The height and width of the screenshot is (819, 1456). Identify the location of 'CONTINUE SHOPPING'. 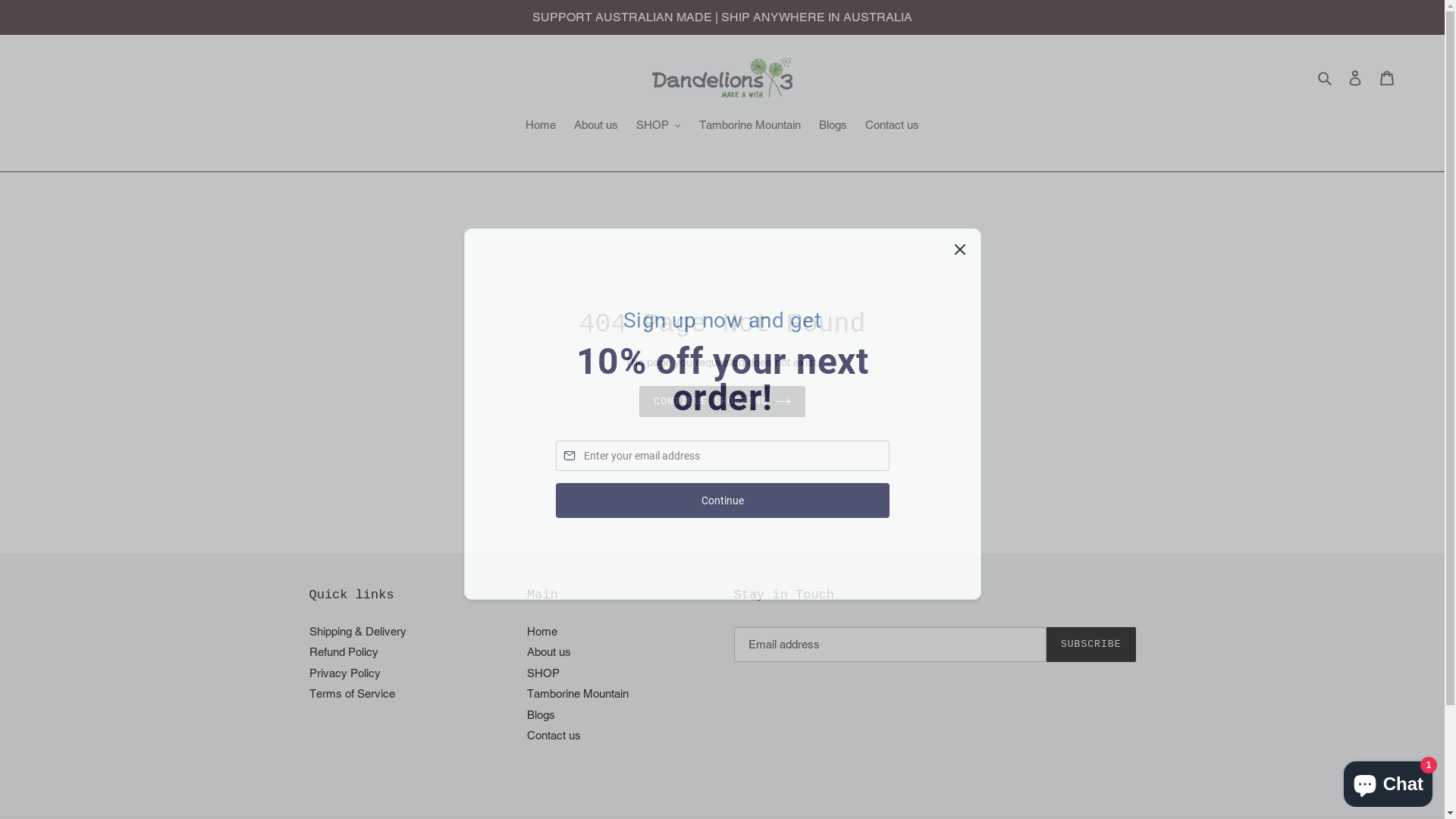
(639, 400).